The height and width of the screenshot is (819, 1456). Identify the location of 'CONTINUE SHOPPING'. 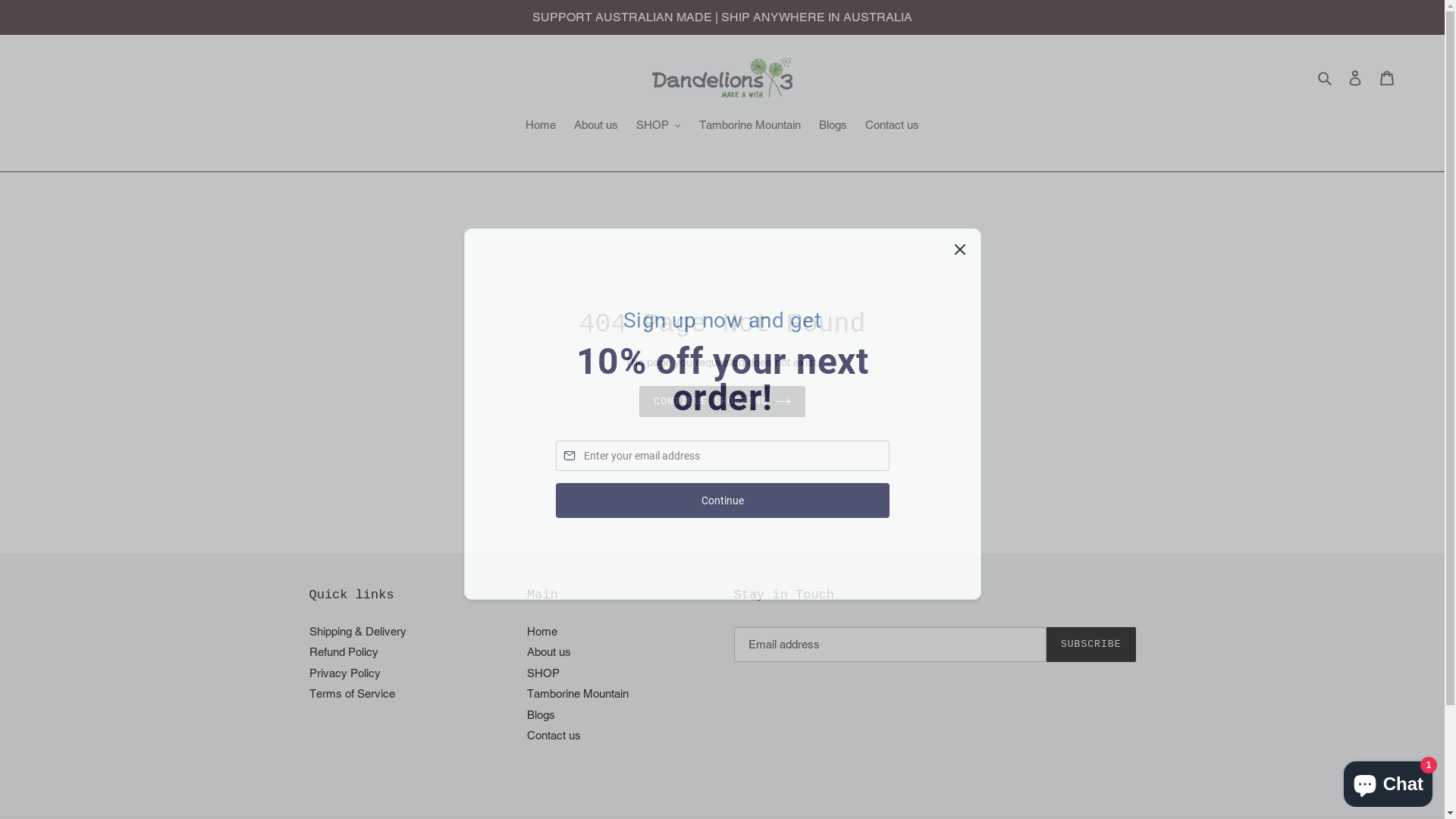
(639, 400).